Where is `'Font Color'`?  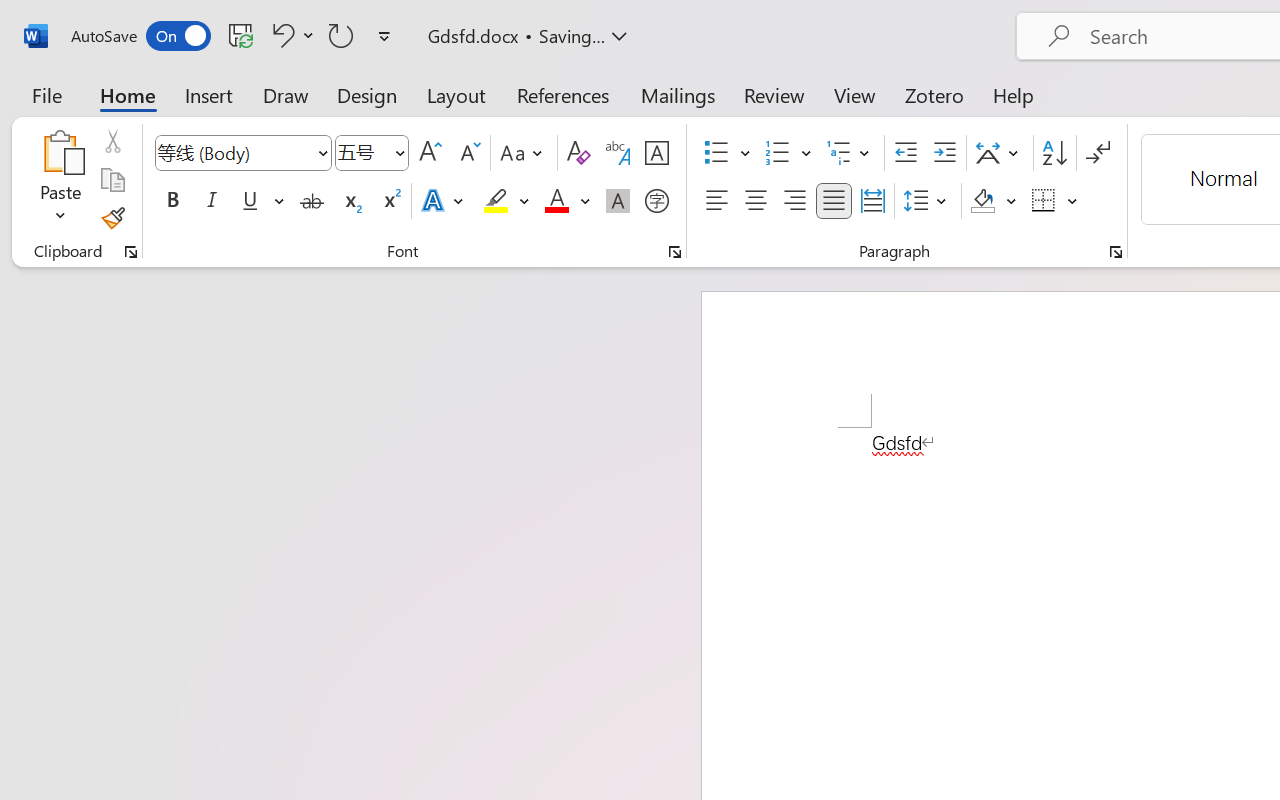 'Font Color' is located at coordinates (566, 201).